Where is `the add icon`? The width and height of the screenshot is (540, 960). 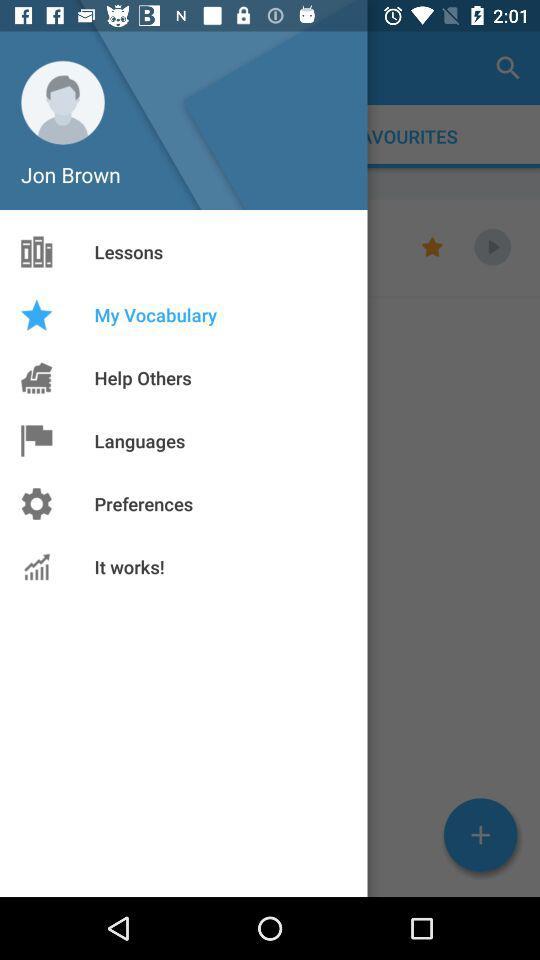 the add icon is located at coordinates (479, 835).